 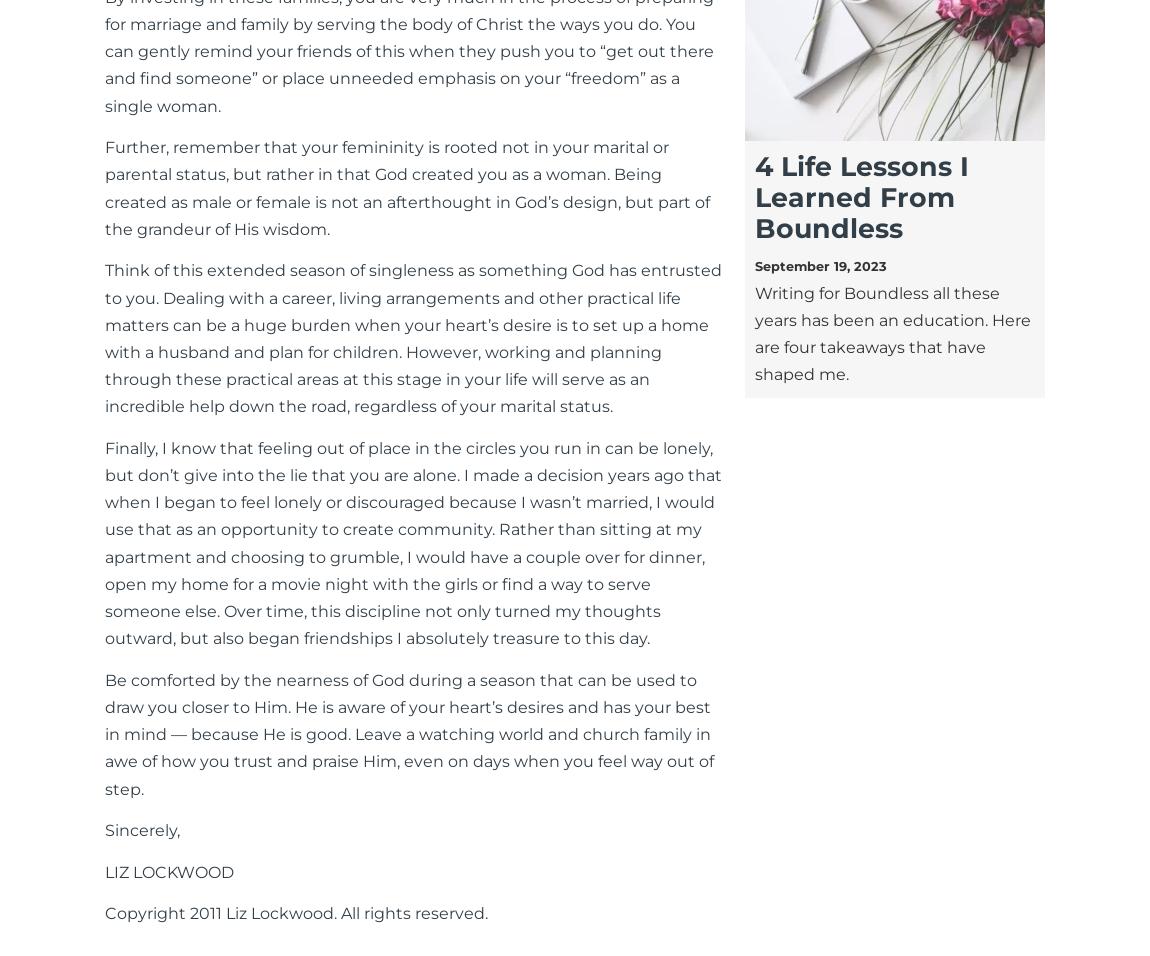 What do you see at coordinates (168, 871) in the screenshot?
I see `'LIZ LOCKWOOD'` at bounding box center [168, 871].